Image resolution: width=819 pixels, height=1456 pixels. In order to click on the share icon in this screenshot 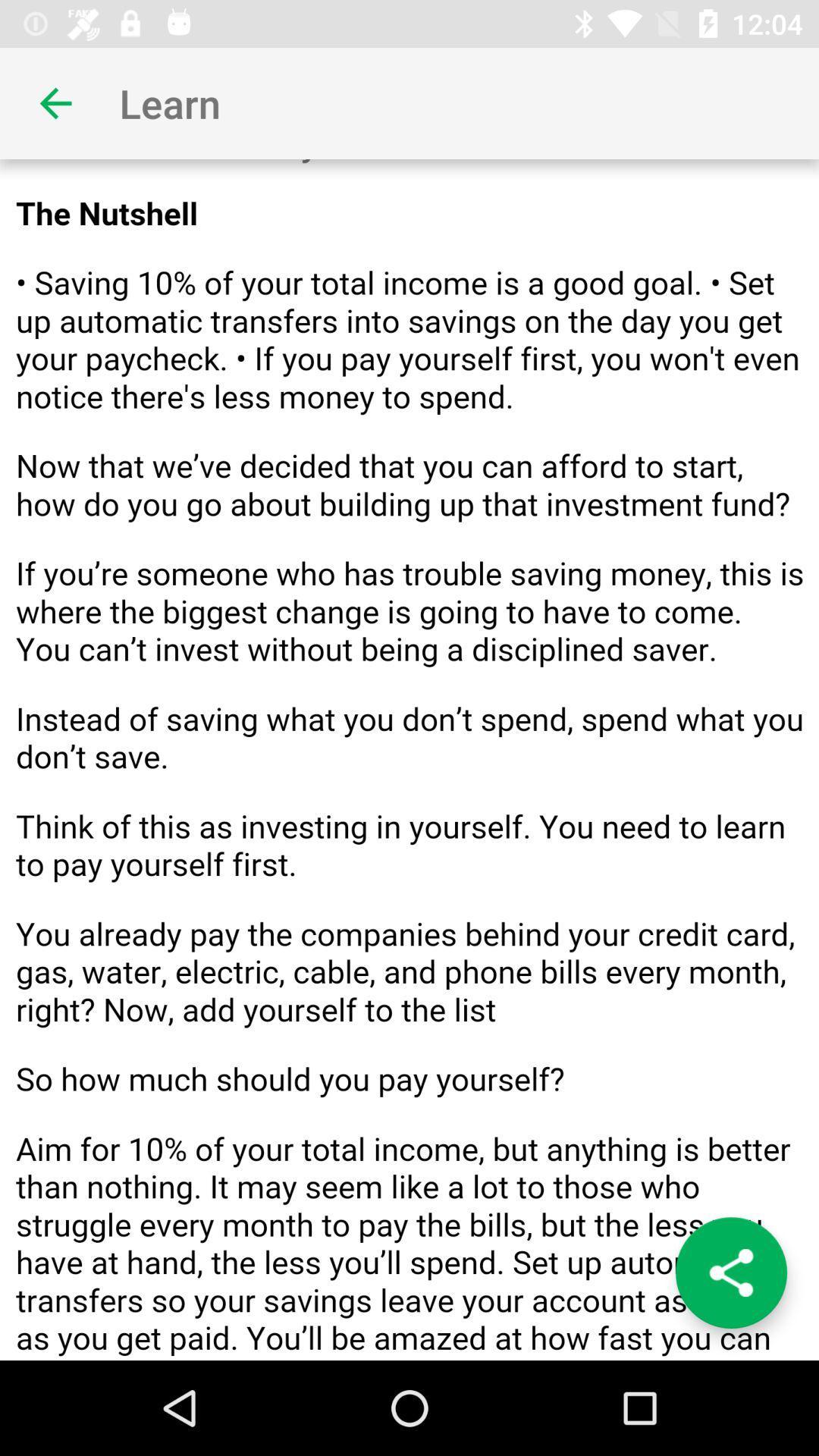, I will do `click(730, 1272)`.